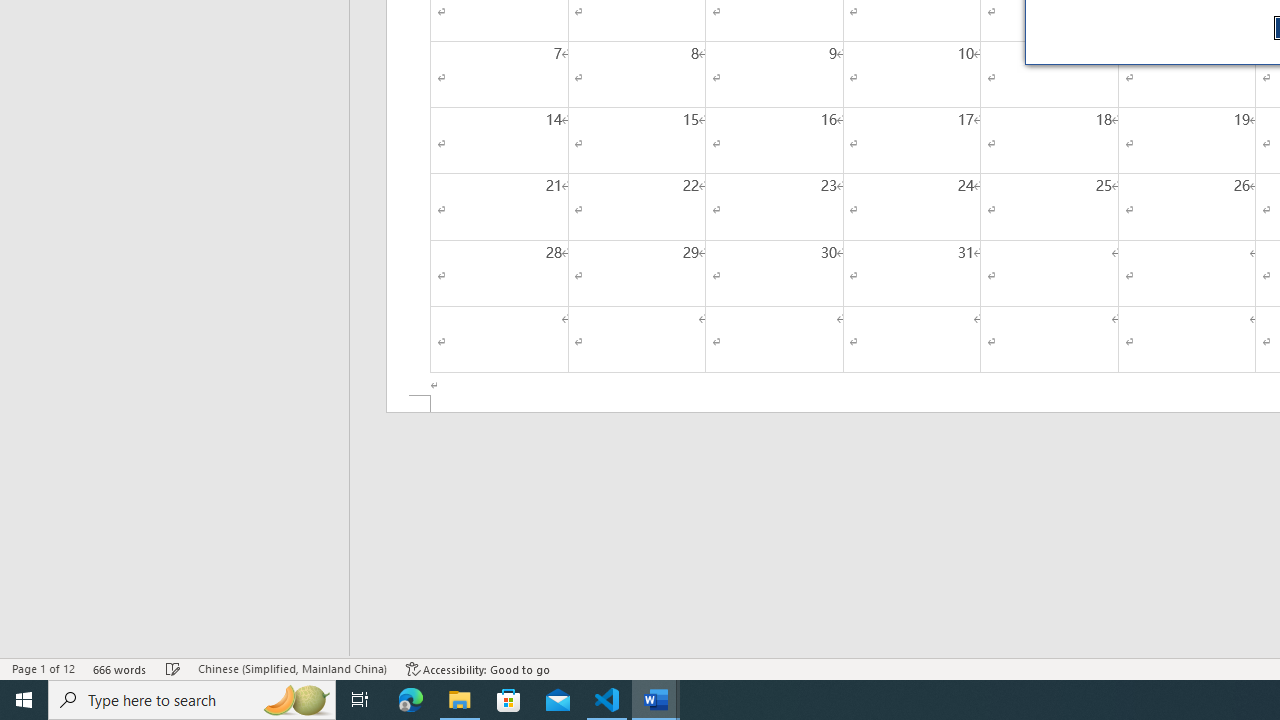 This screenshot has width=1280, height=720. Describe the element at coordinates (24, 698) in the screenshot. I see `'Start'` at that location.